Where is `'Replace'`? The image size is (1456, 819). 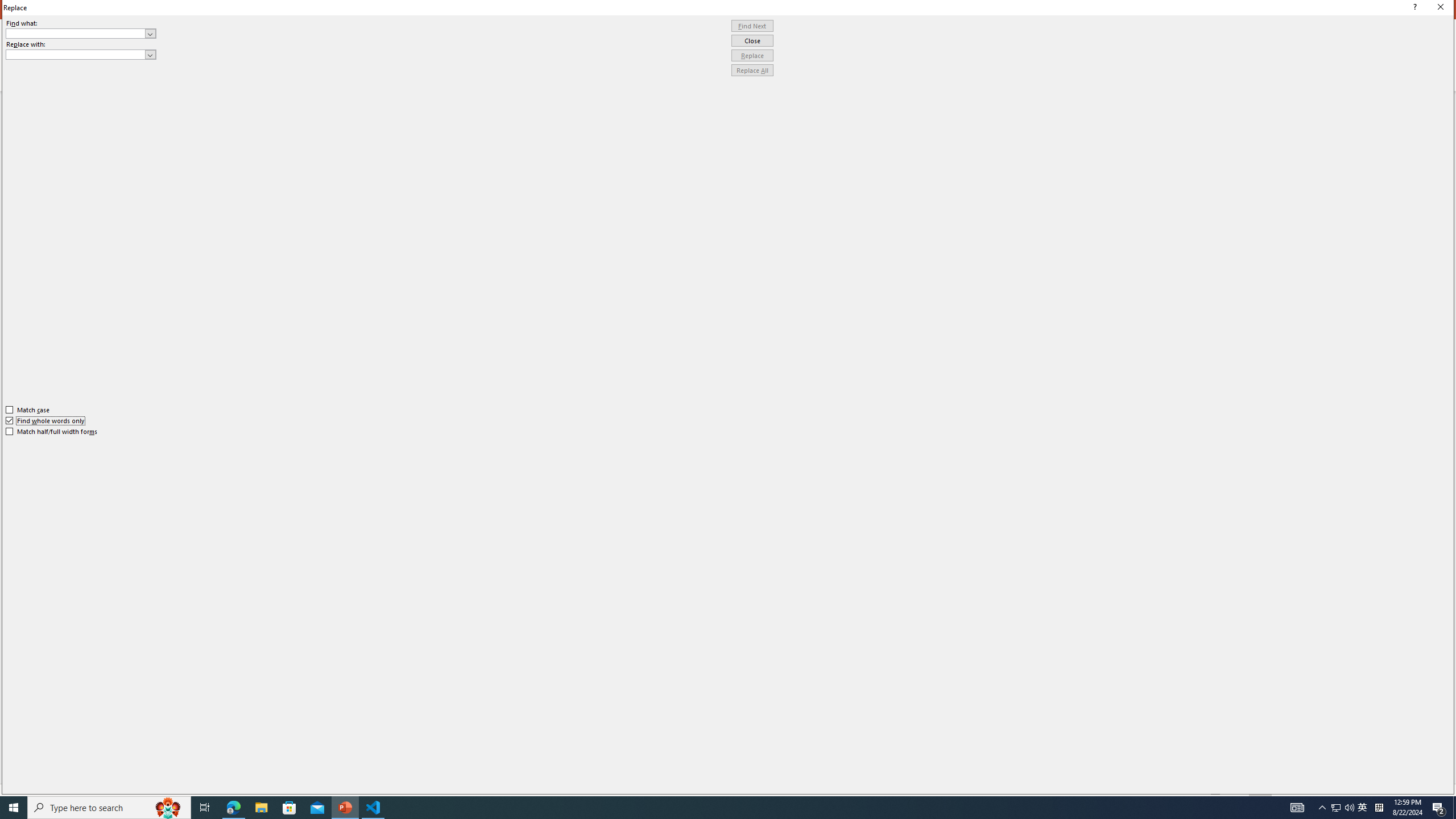 'Replace' is located at coordinates (752, 55).